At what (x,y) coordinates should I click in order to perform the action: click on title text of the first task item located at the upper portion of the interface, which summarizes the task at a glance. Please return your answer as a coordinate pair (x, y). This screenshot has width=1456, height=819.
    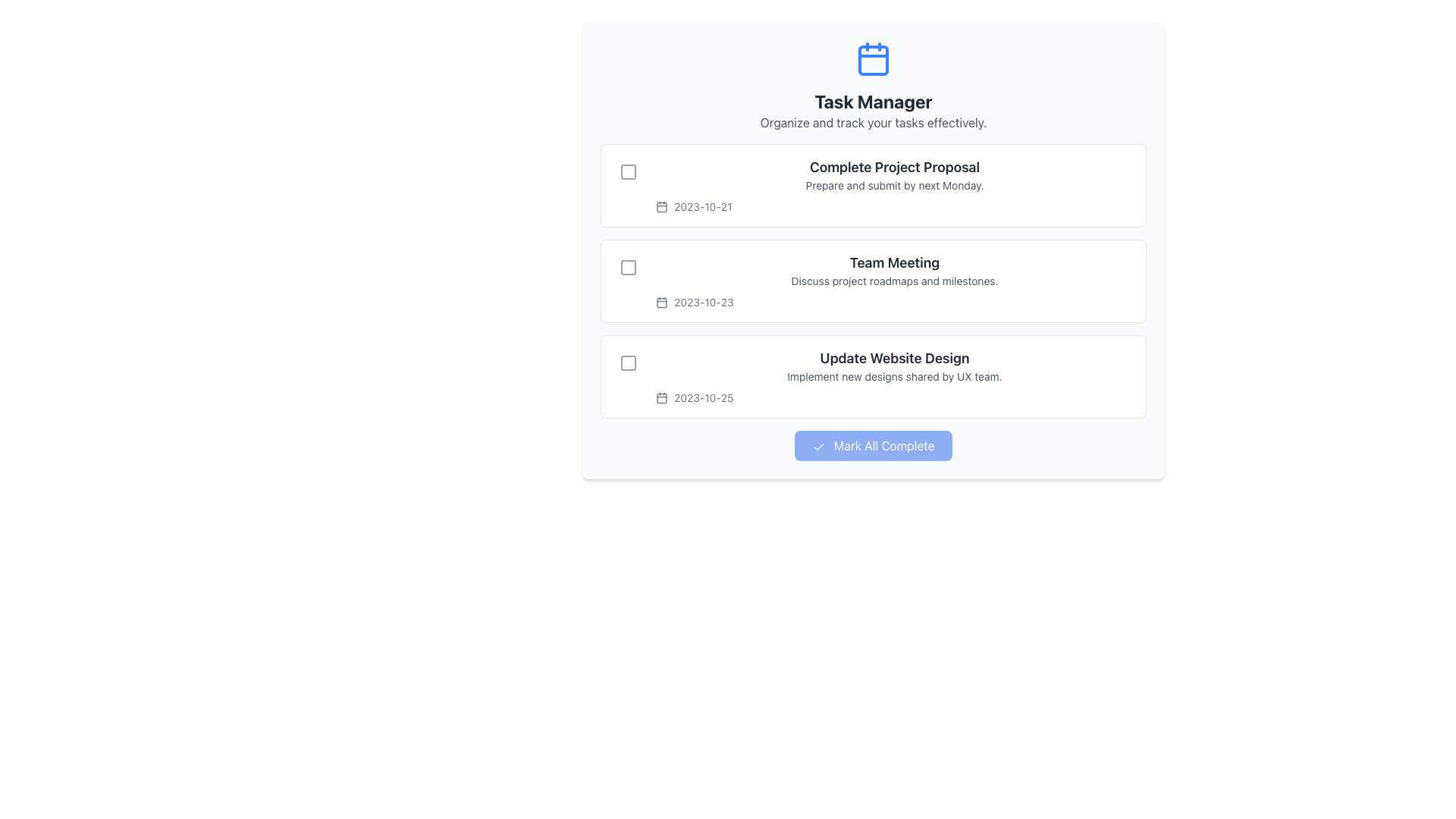
    Looking at the image, I should click on (895, 167).